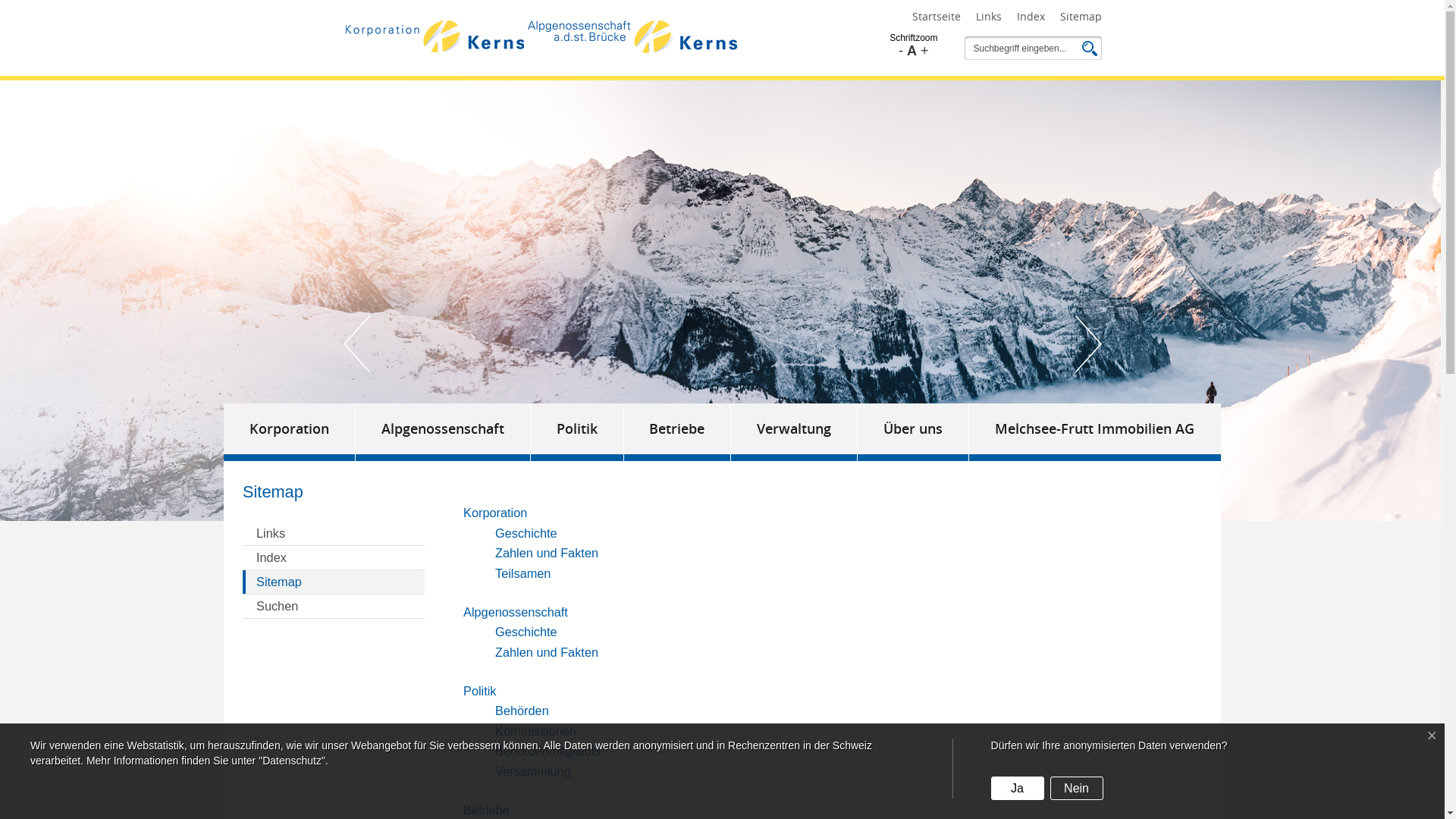 The width and height of the screenshot is (1456, 819). Describe the element at coordinates (1018, 787) in the screenshot. I see `'Ja'` at that location.